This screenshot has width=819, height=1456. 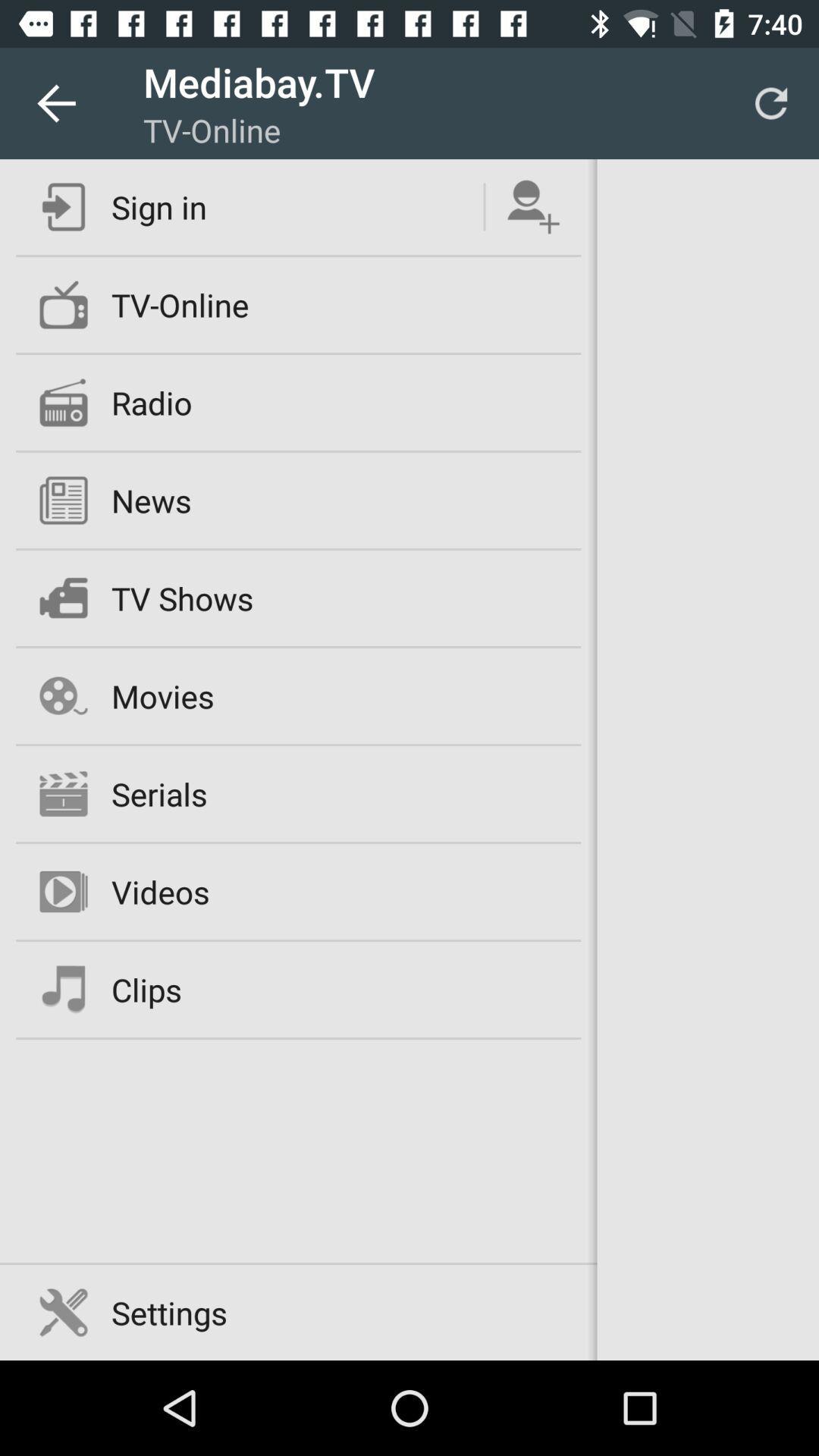 I want to click on the item next to the mediabay.tv item, so click(x=55, y=102).